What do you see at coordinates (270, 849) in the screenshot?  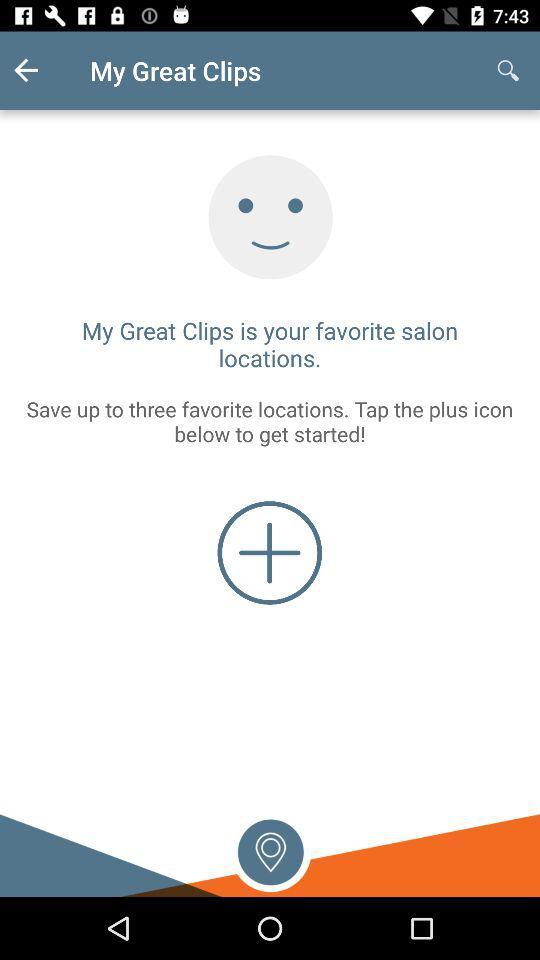 I see `option` at bounding box center [270, 849].